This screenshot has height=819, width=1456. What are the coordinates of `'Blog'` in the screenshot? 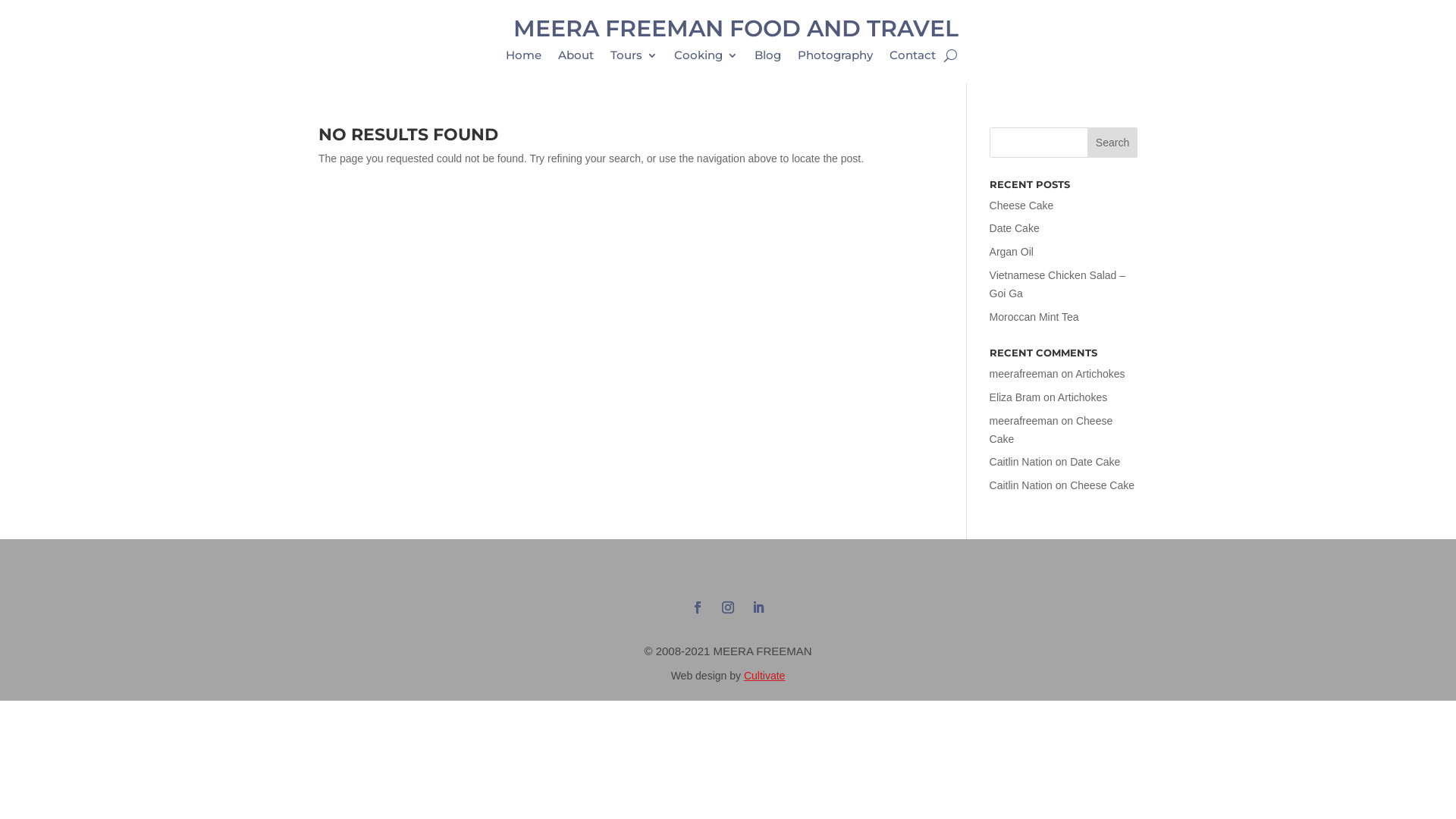 It's located at (754, 58).